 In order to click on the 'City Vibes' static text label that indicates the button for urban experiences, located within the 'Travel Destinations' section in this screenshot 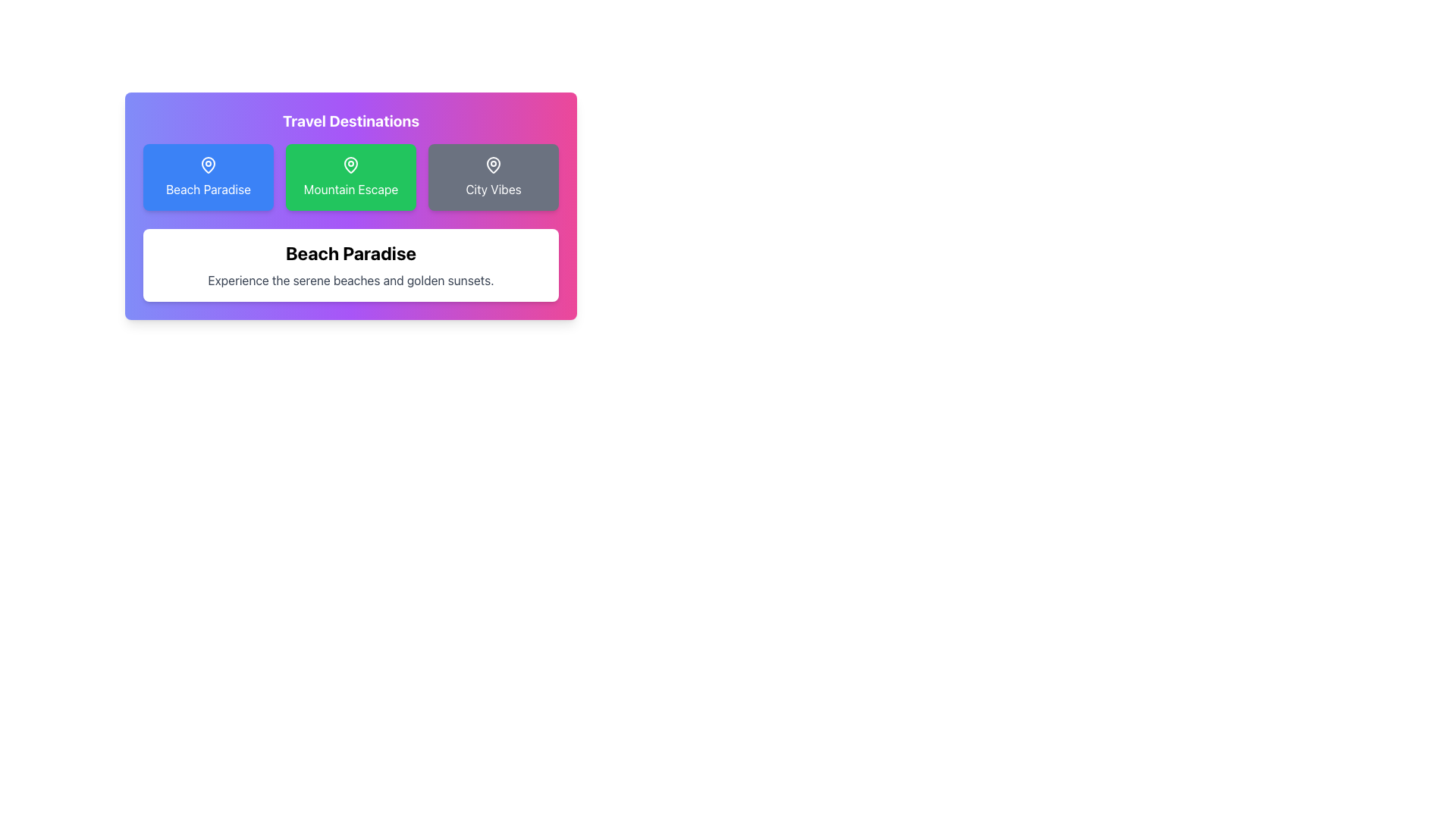, I will do `click(494, 189)`.